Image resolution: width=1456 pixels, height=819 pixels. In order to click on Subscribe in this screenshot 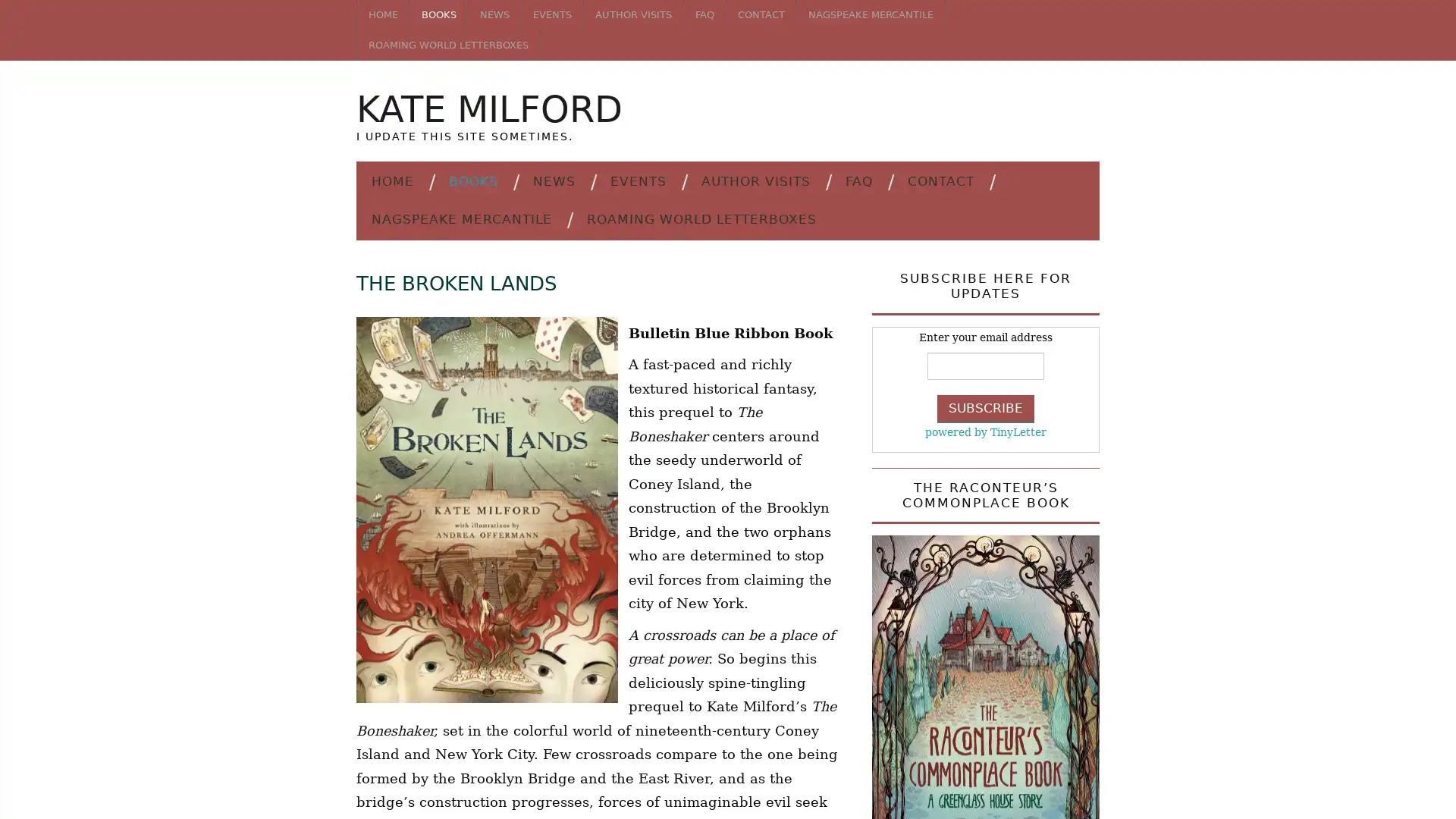, I will do `click(986, 407)`.